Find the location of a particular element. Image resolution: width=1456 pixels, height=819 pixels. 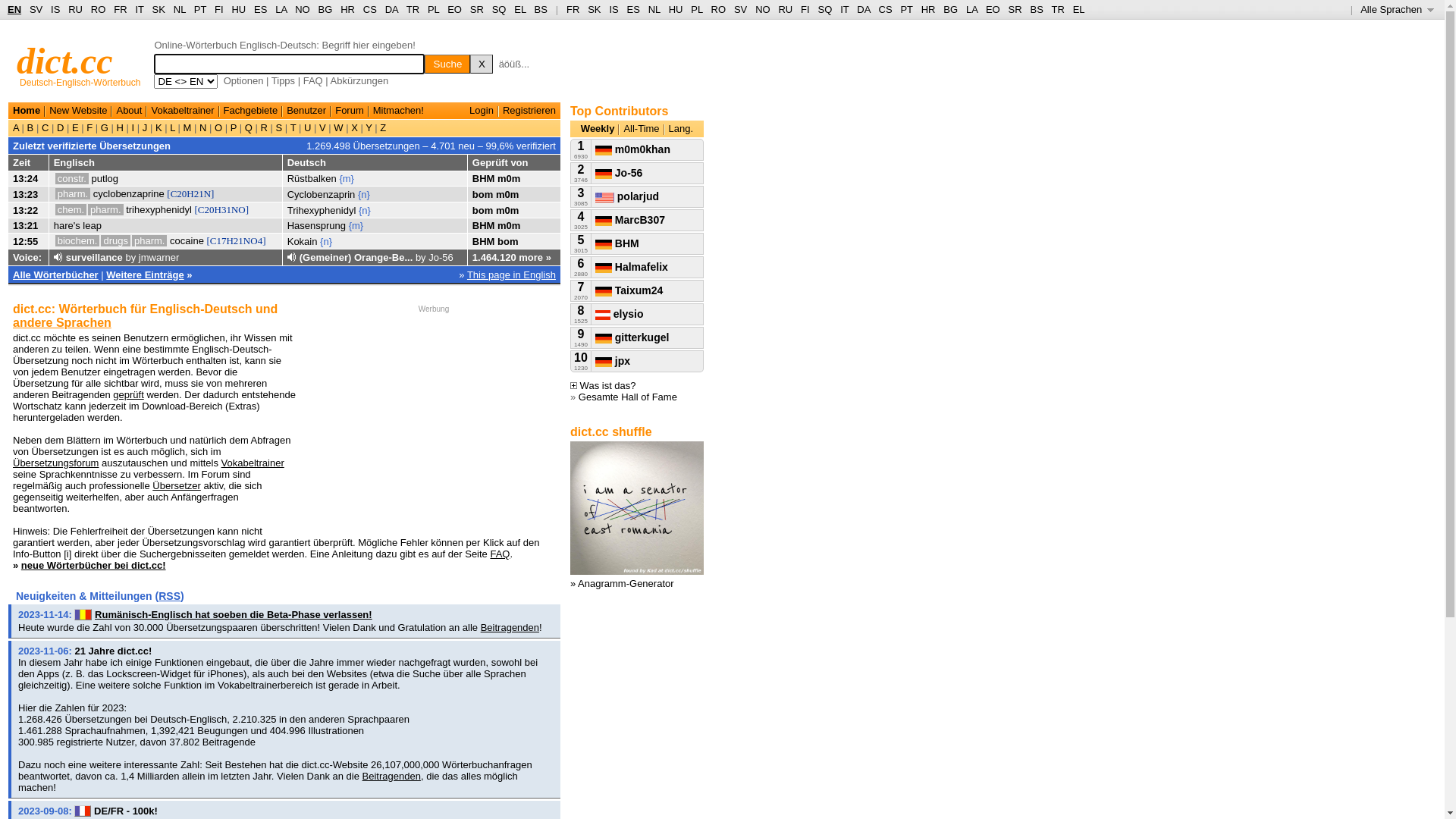

'M' is located at coordinates (186, 127).